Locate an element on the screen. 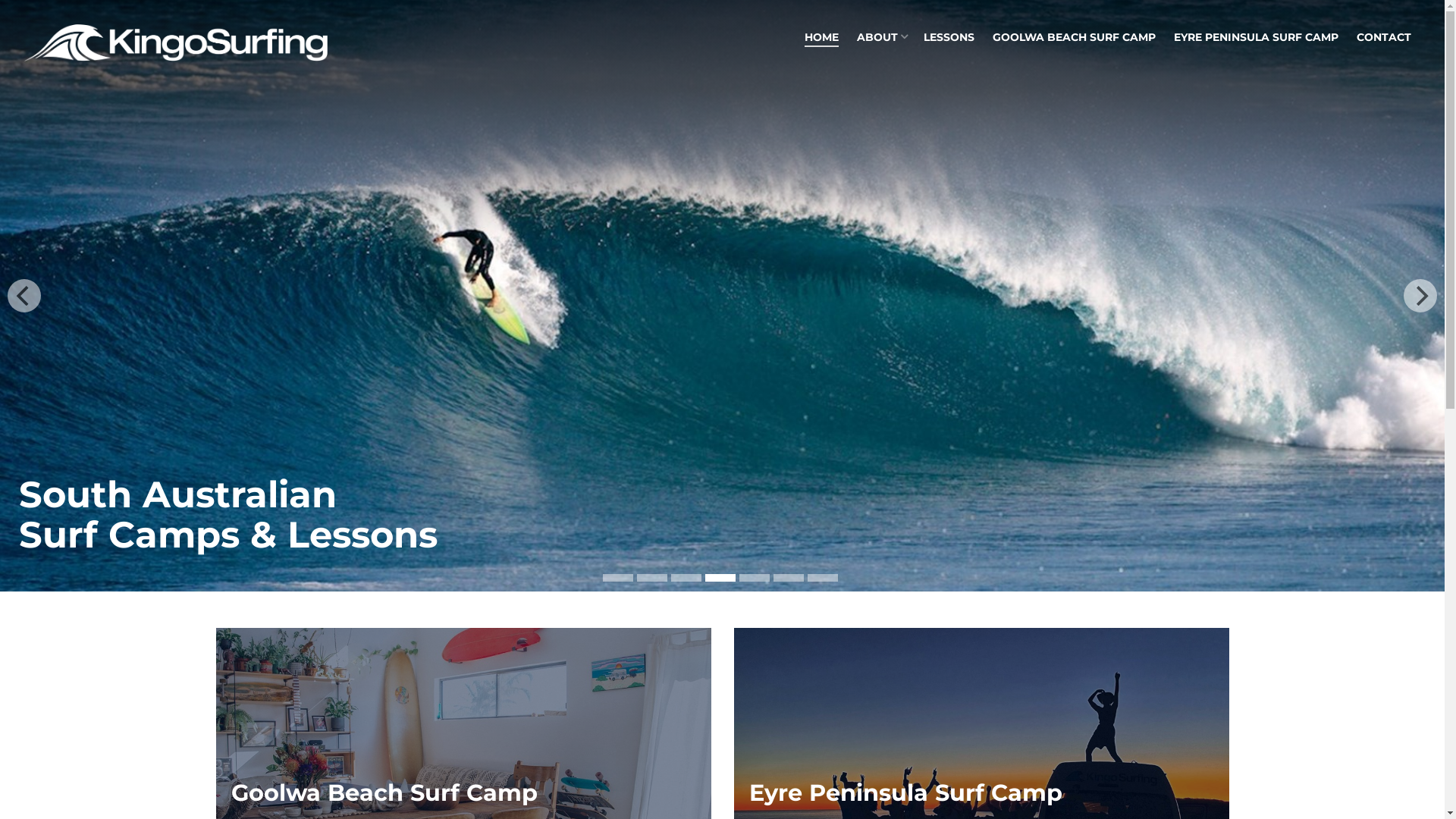 The height and width of the screenshot is (819, 1456). 'LESSONS' is located at coordinates (948, 36).